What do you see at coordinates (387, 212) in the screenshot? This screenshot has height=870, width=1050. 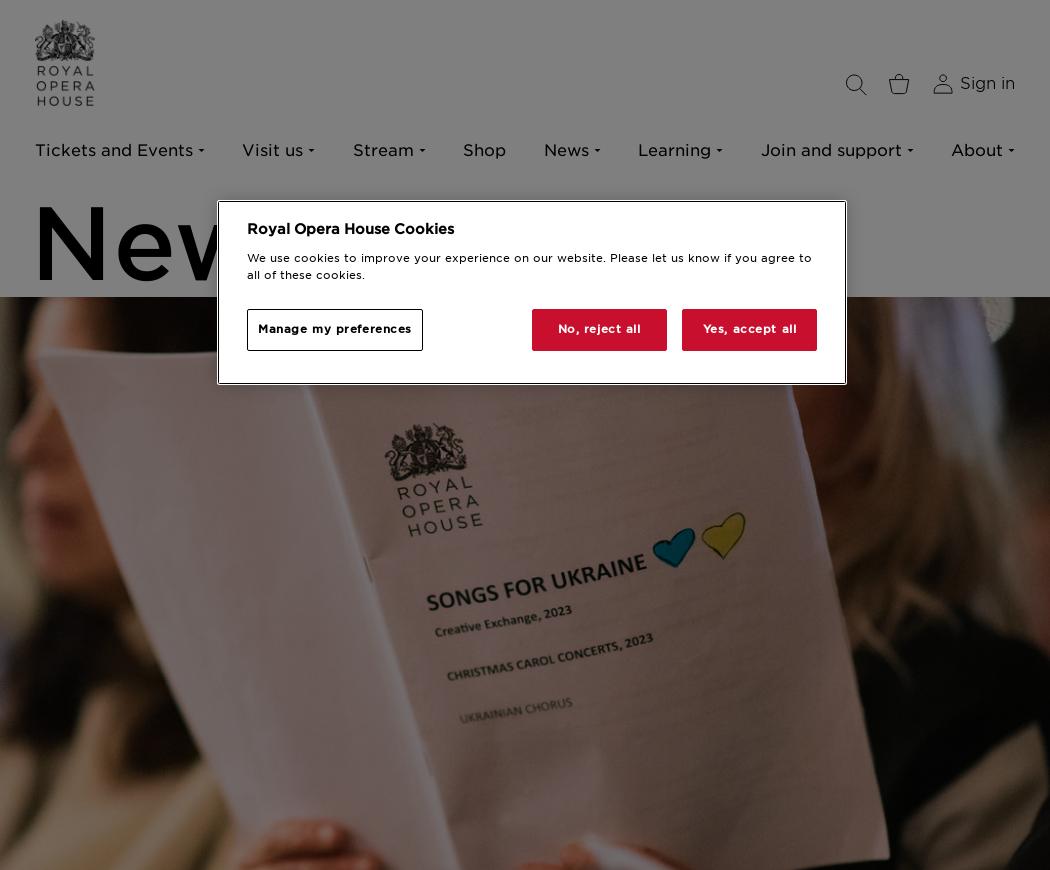 I see `'Become a member'` at bounding box center [387, 212].